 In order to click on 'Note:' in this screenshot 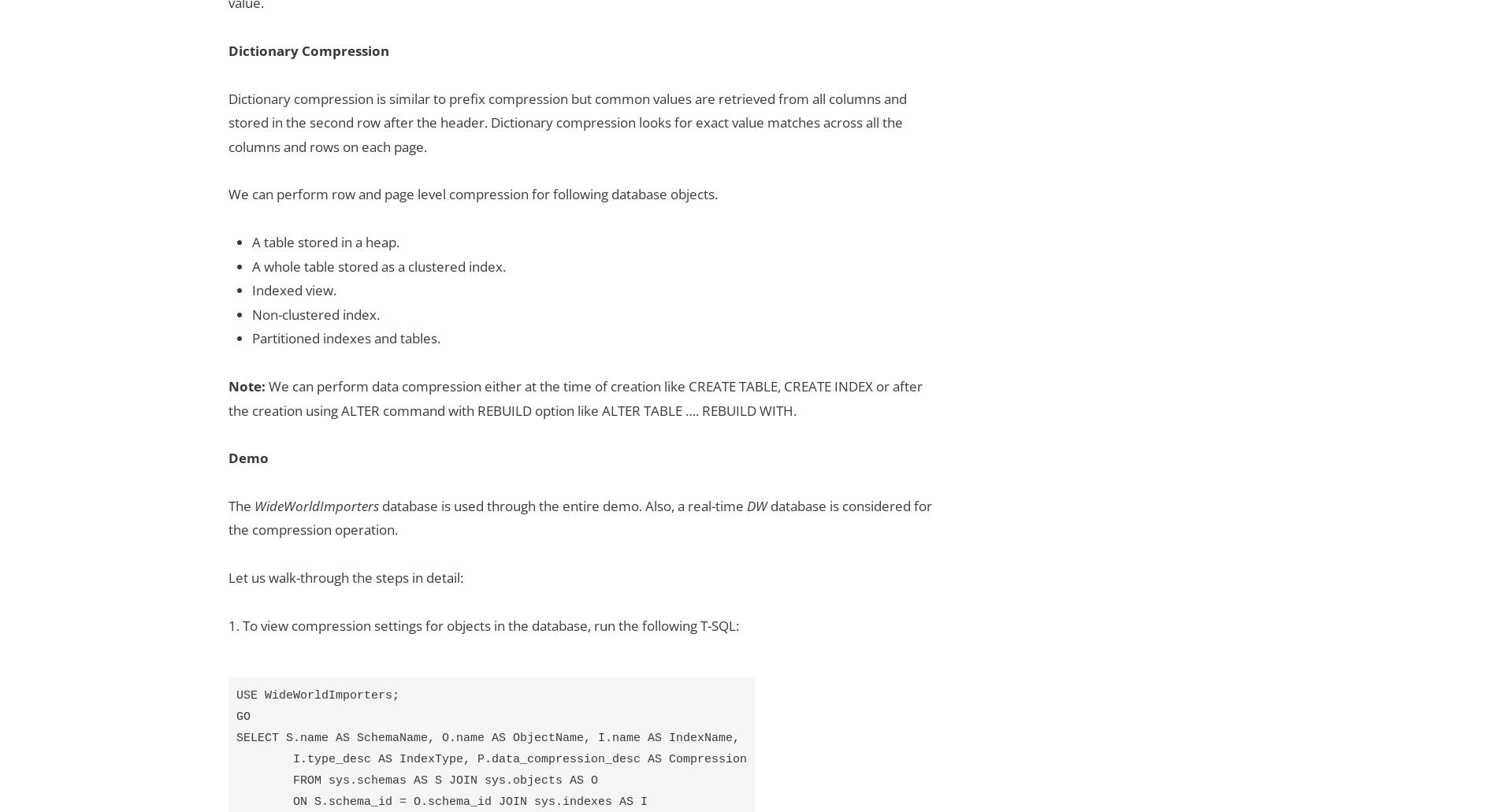, I will do `click(227, 385)`.